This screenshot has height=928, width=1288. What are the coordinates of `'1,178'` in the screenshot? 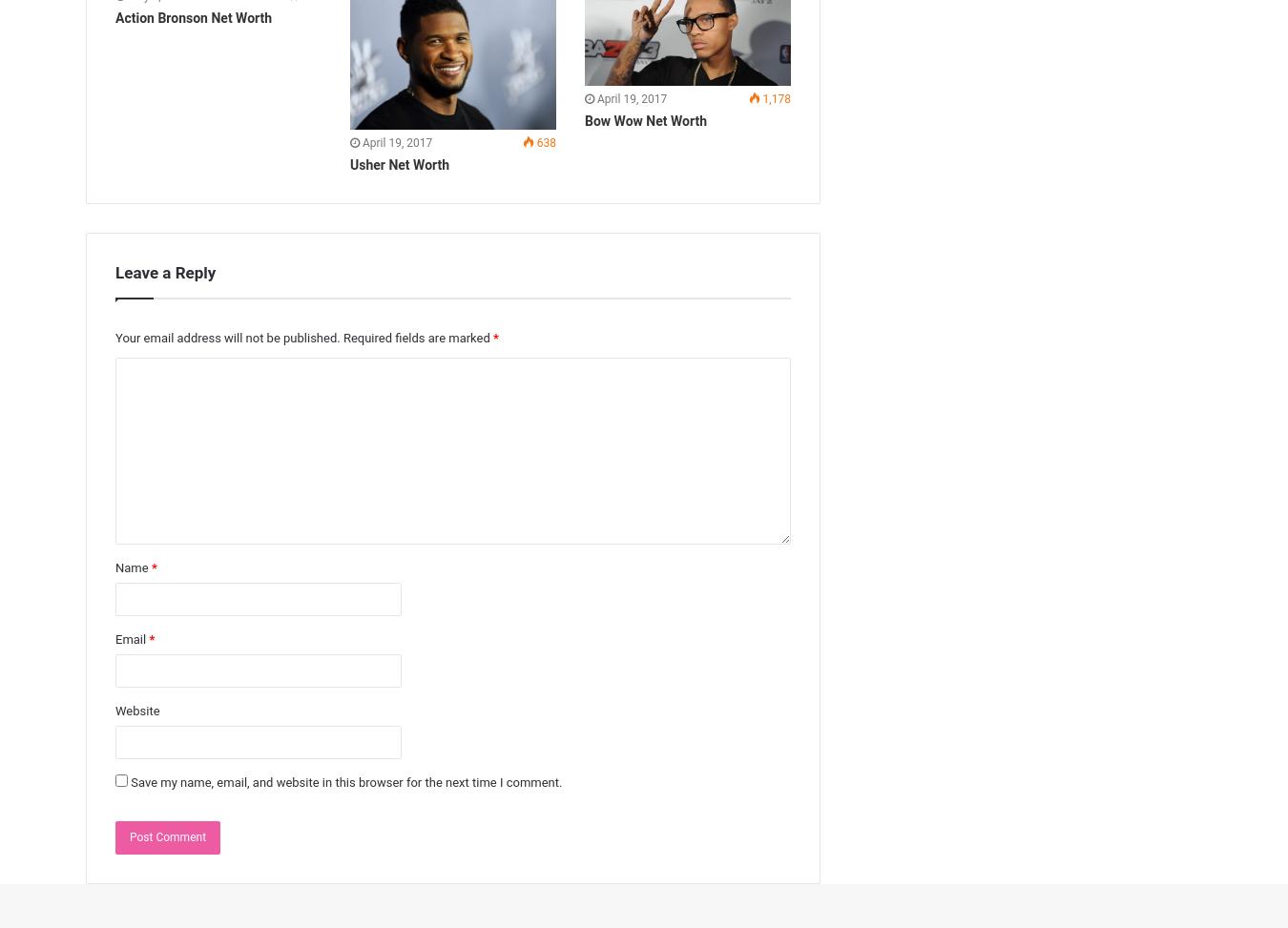 It's located at (775, 98).